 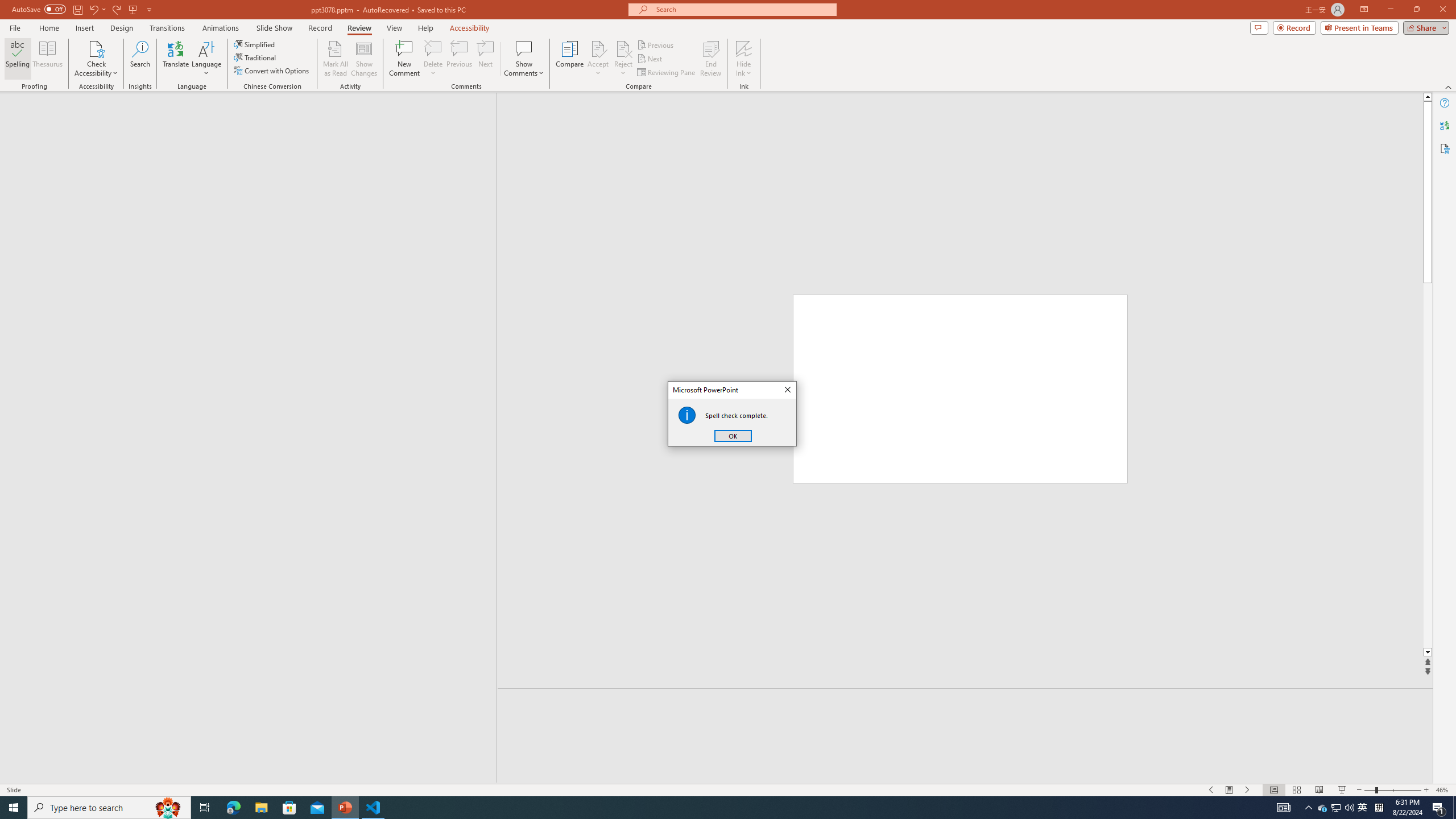 I want to click on 'Restore Down', so click(x=1416, y=9).